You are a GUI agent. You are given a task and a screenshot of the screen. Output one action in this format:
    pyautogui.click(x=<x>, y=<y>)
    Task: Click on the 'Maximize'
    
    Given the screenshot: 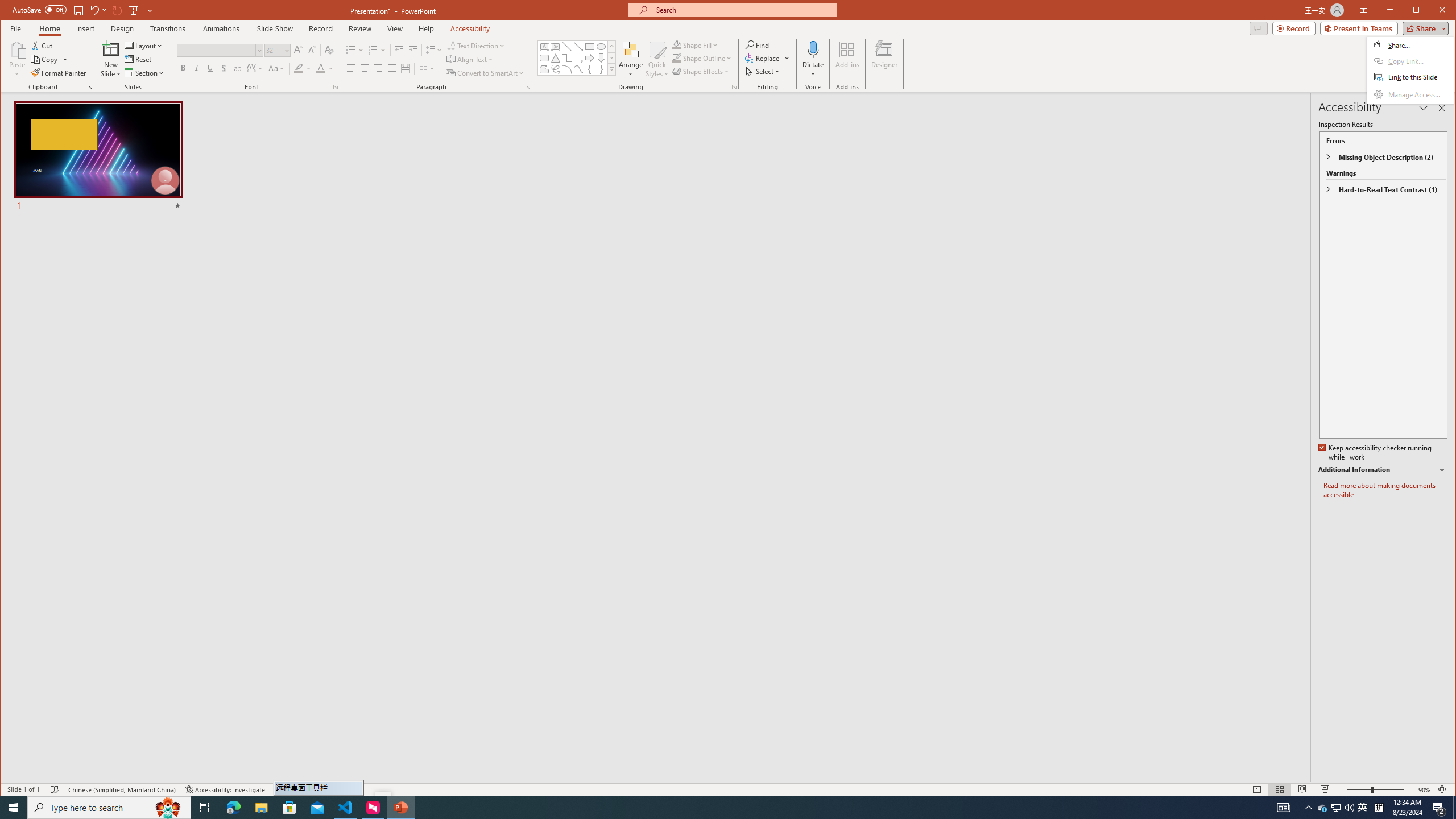 What is the action you would take?
    pyautogui.click(x=1433, y=11)
    